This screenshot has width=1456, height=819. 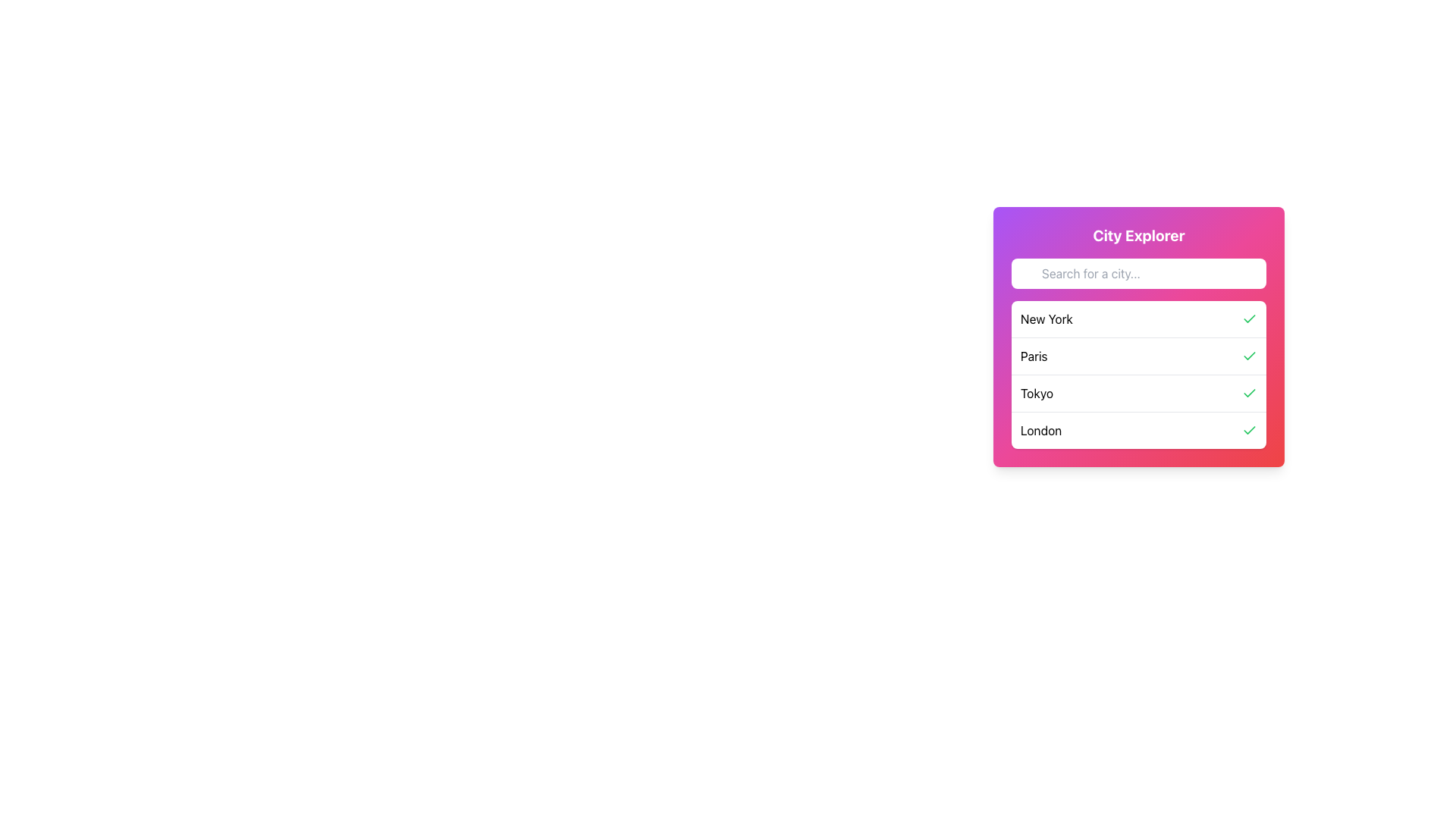 I want to click on the text label 'London' in the dropdown list of cities, so click(x=1040, y=430).